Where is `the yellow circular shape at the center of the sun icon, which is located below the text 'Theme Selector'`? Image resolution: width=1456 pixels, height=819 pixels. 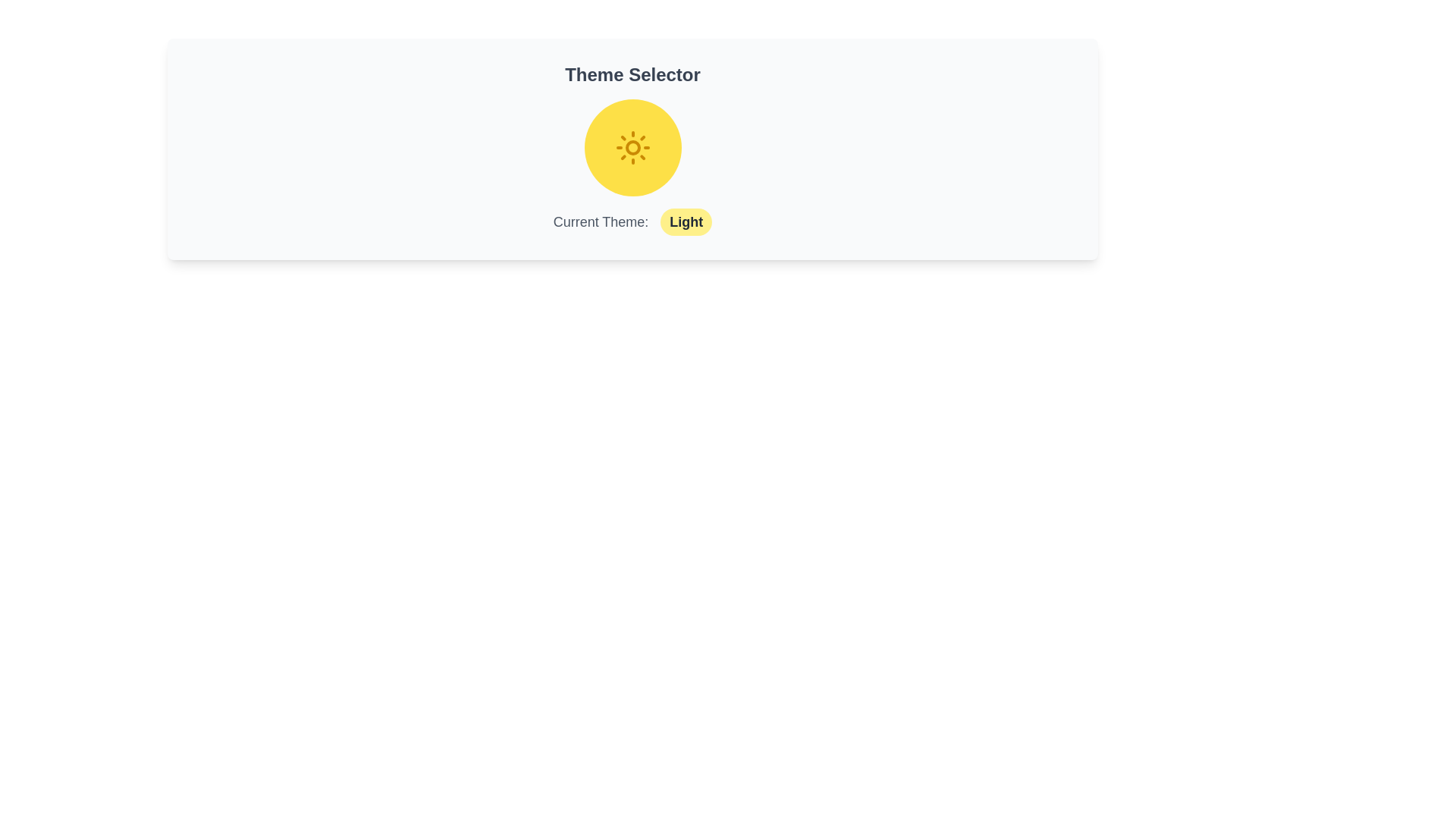
the yellow circular shape at the center of the sun icon, which is located below the text 'Theme Selector' is located at coordinates (632, 148).